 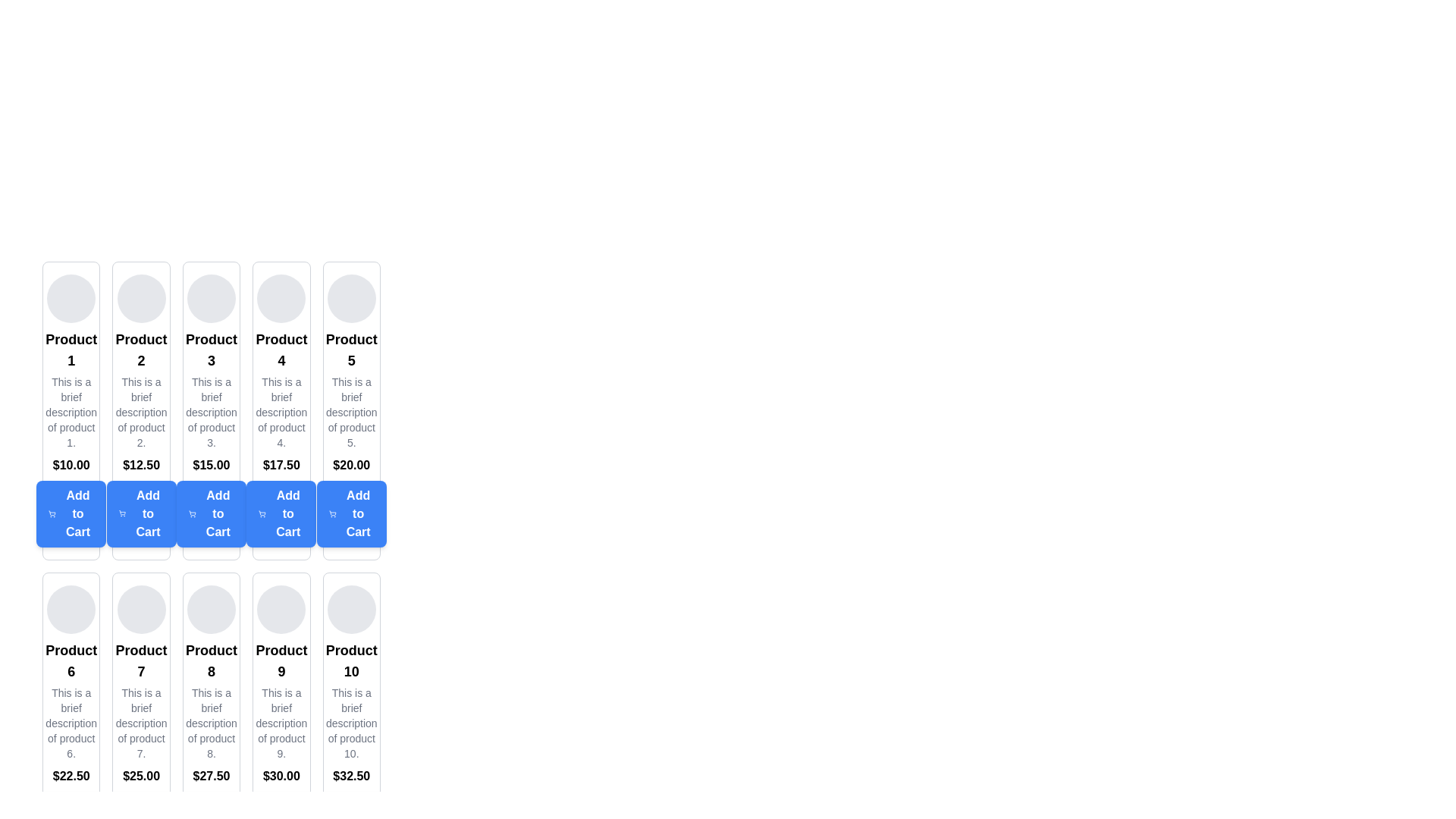 What do you see at coordinates (331, 513) in the screenshot?
I see `the shopping cart icon located on the left side of the 'Add to Cart' button associated with 'Product 5' in the grid layout` at bounding box center [331, 513].